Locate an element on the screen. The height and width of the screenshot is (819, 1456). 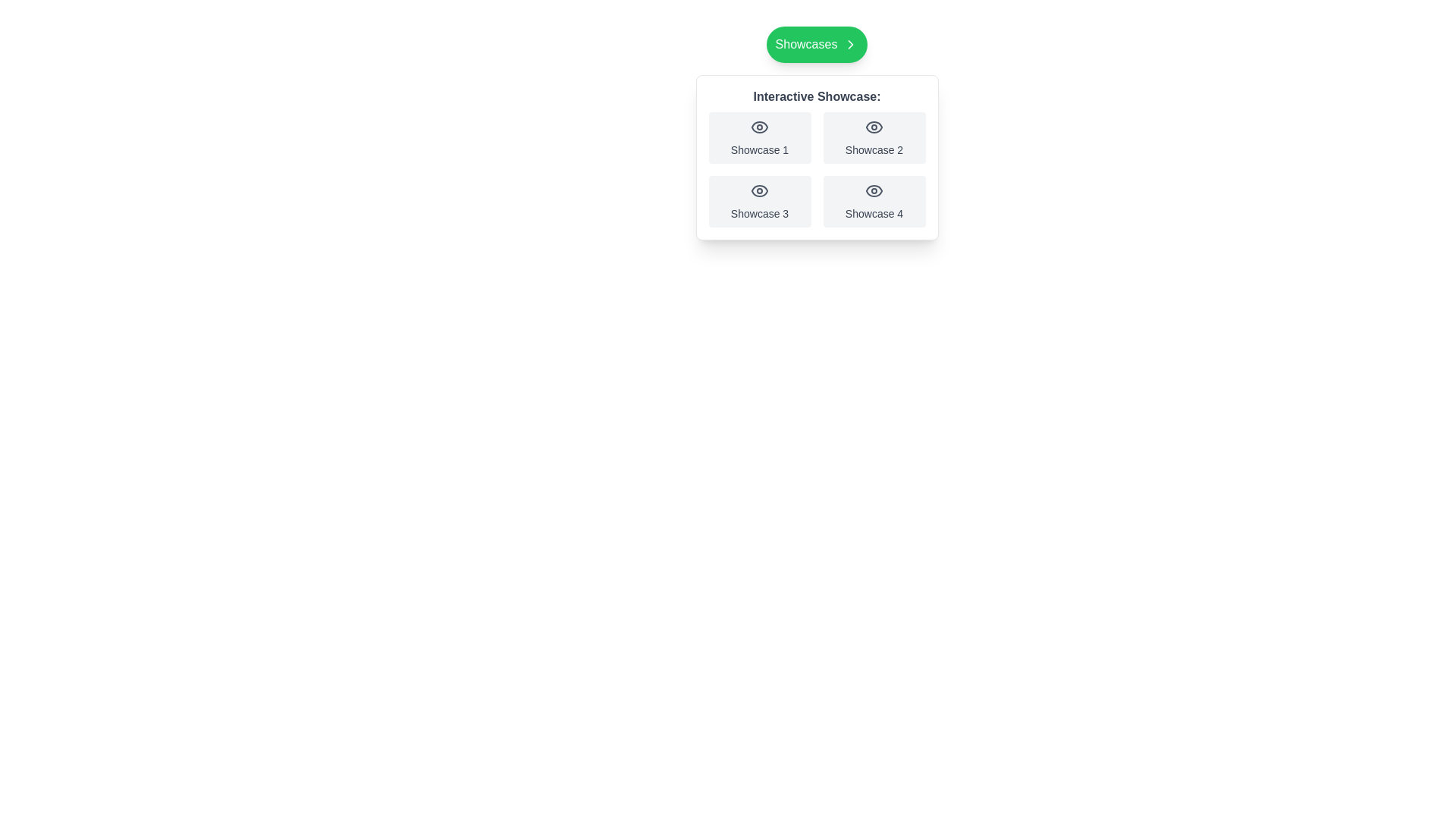
the selectable card located in the bottom-right cell of a 2x2 grid layout under the heading 'Interactive Showcase:' is located at coordinates (874, 201).